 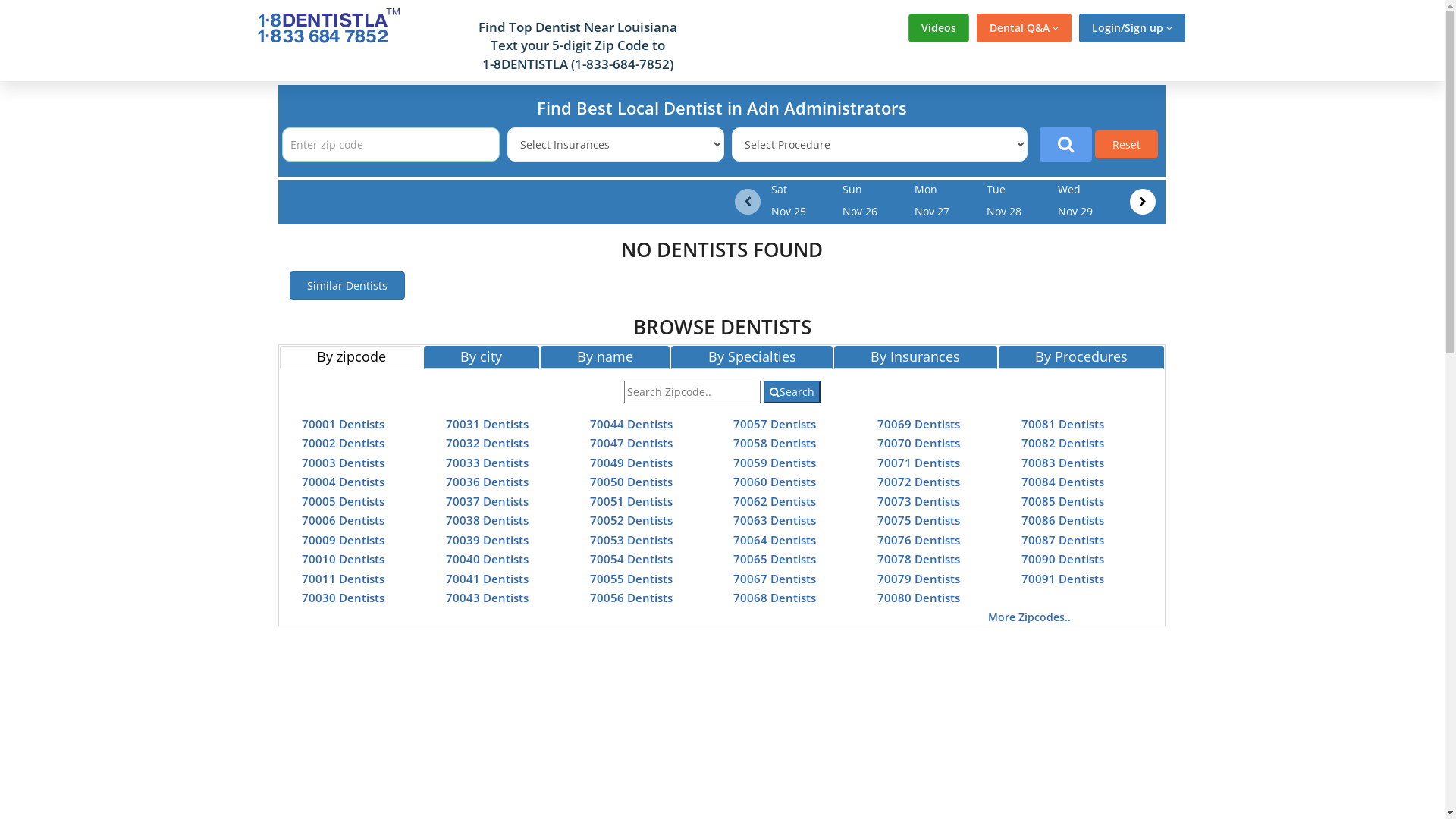 What do you see at coordinates (302, 596) in the screenshot?
I see `'70030 Dentists'` at bounding box center [302, 596].